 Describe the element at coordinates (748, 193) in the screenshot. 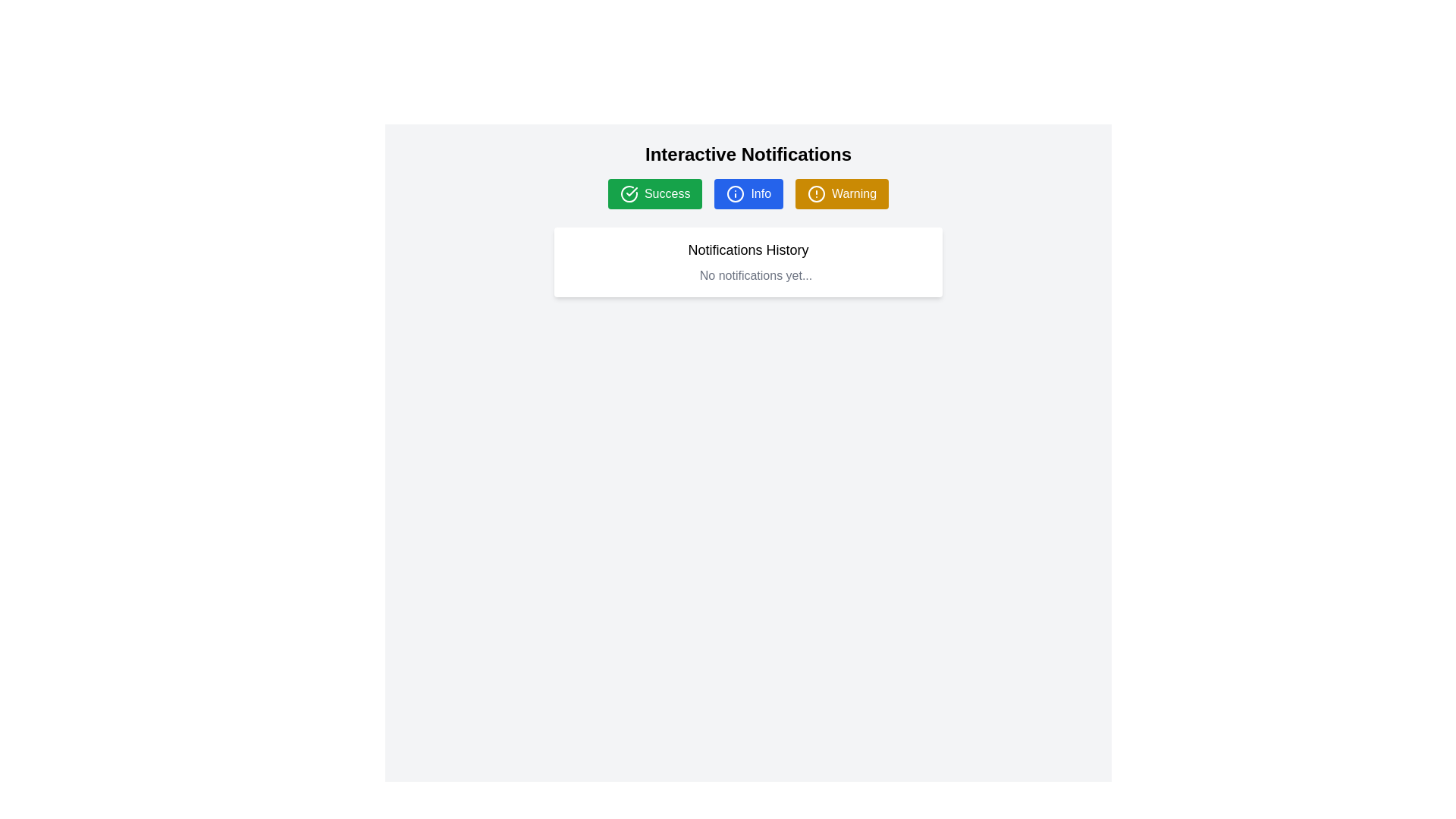

I see `the blue 'Info' button with rounded corners located under the header 'Interactive Notifications'` at that location.